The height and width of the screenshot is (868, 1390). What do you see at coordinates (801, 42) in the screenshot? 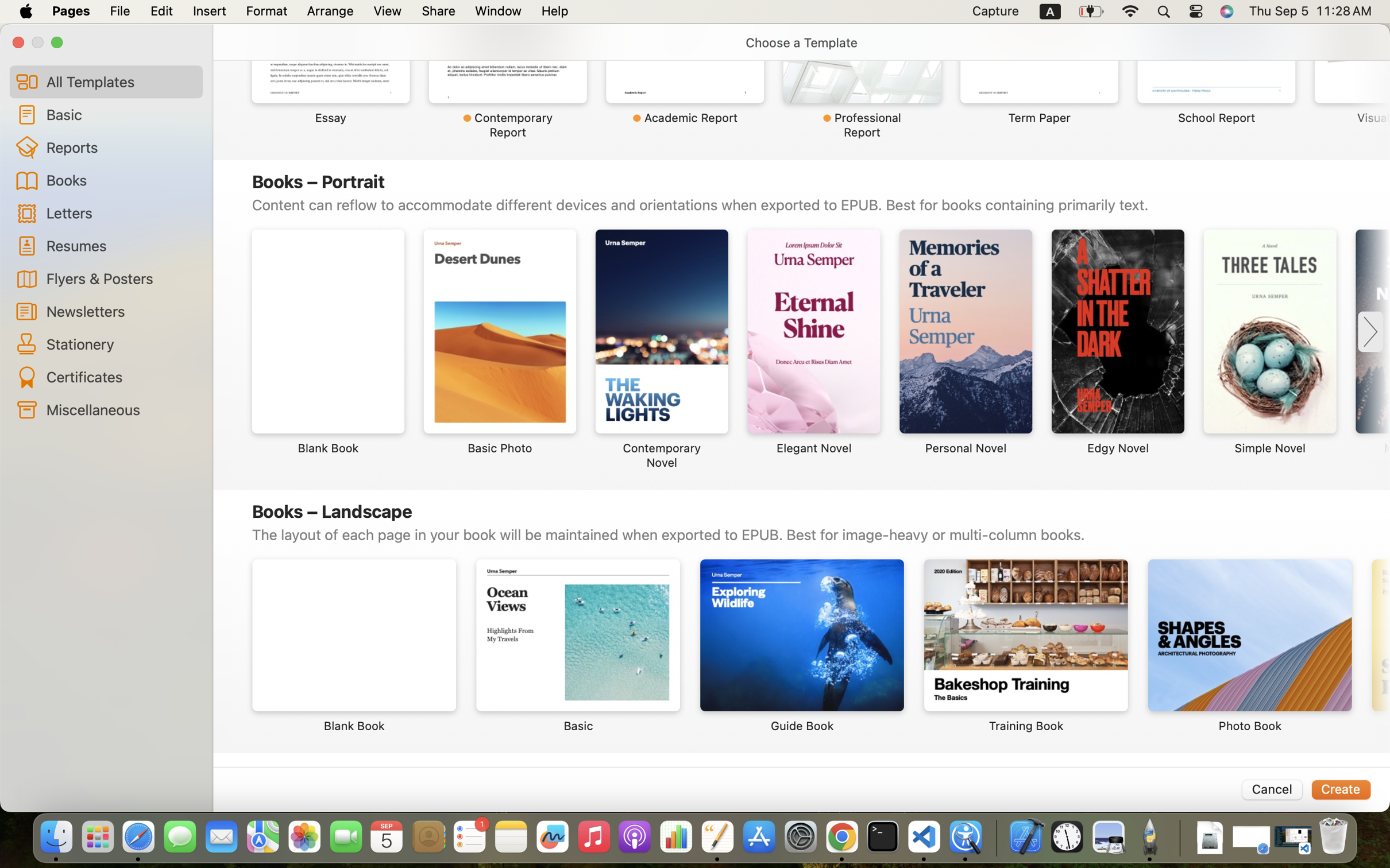
I see `'Choose a Template'` at bounding box center [801, 42].